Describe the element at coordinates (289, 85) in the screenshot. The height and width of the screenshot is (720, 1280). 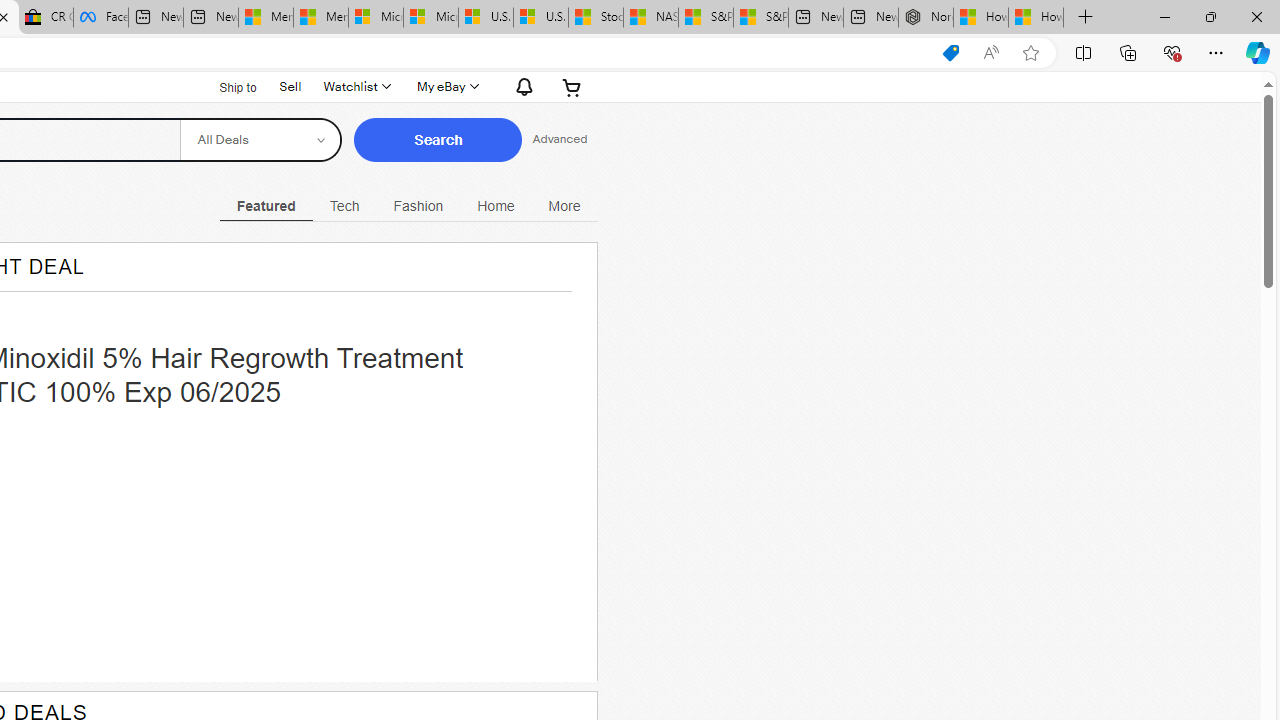
I see `'Sell'` at that location.